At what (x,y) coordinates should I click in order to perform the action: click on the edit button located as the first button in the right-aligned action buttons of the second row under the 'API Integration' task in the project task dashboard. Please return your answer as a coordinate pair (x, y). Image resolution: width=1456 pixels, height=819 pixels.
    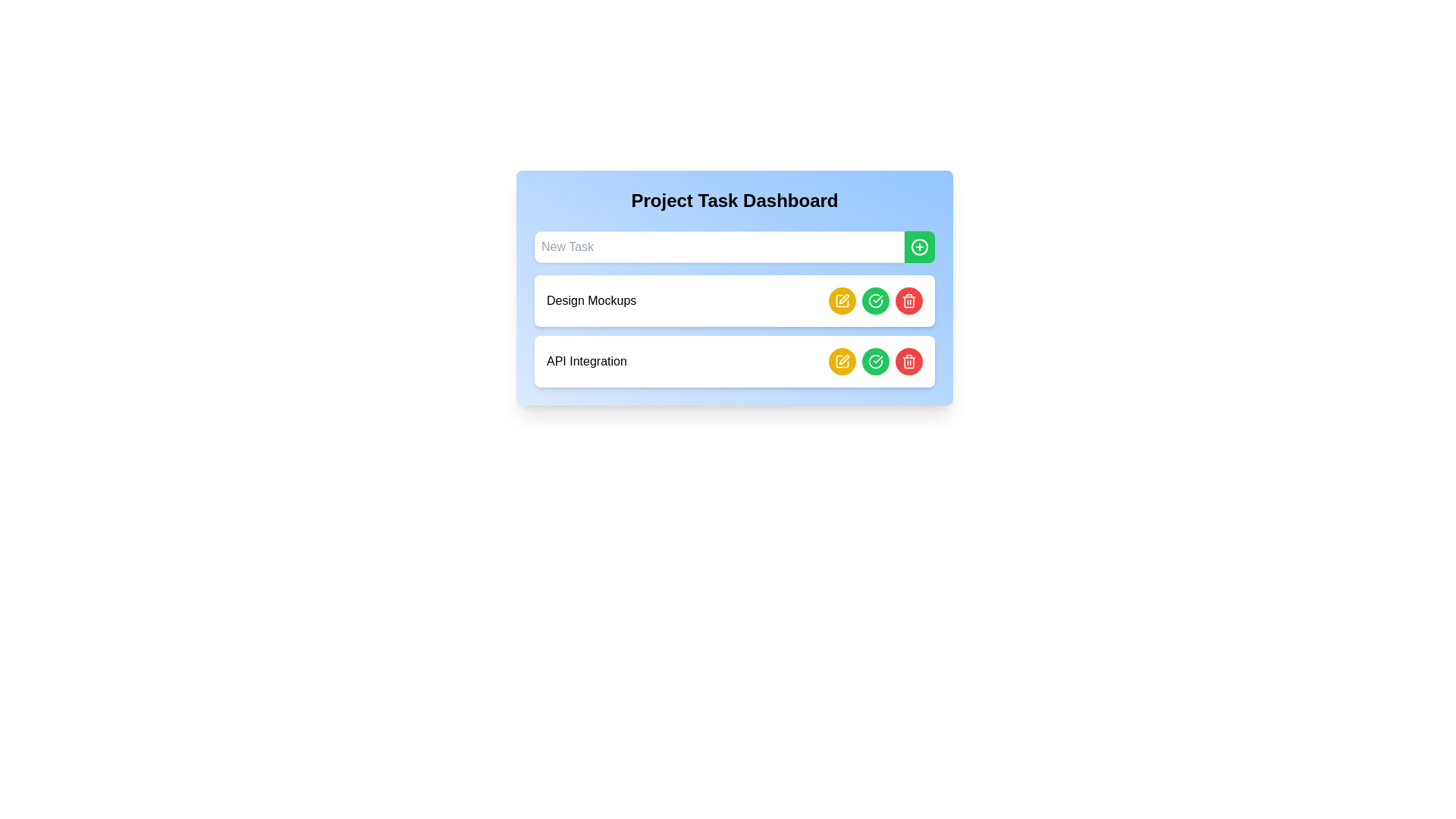
    Looking at the image, I should click on (841, 362).